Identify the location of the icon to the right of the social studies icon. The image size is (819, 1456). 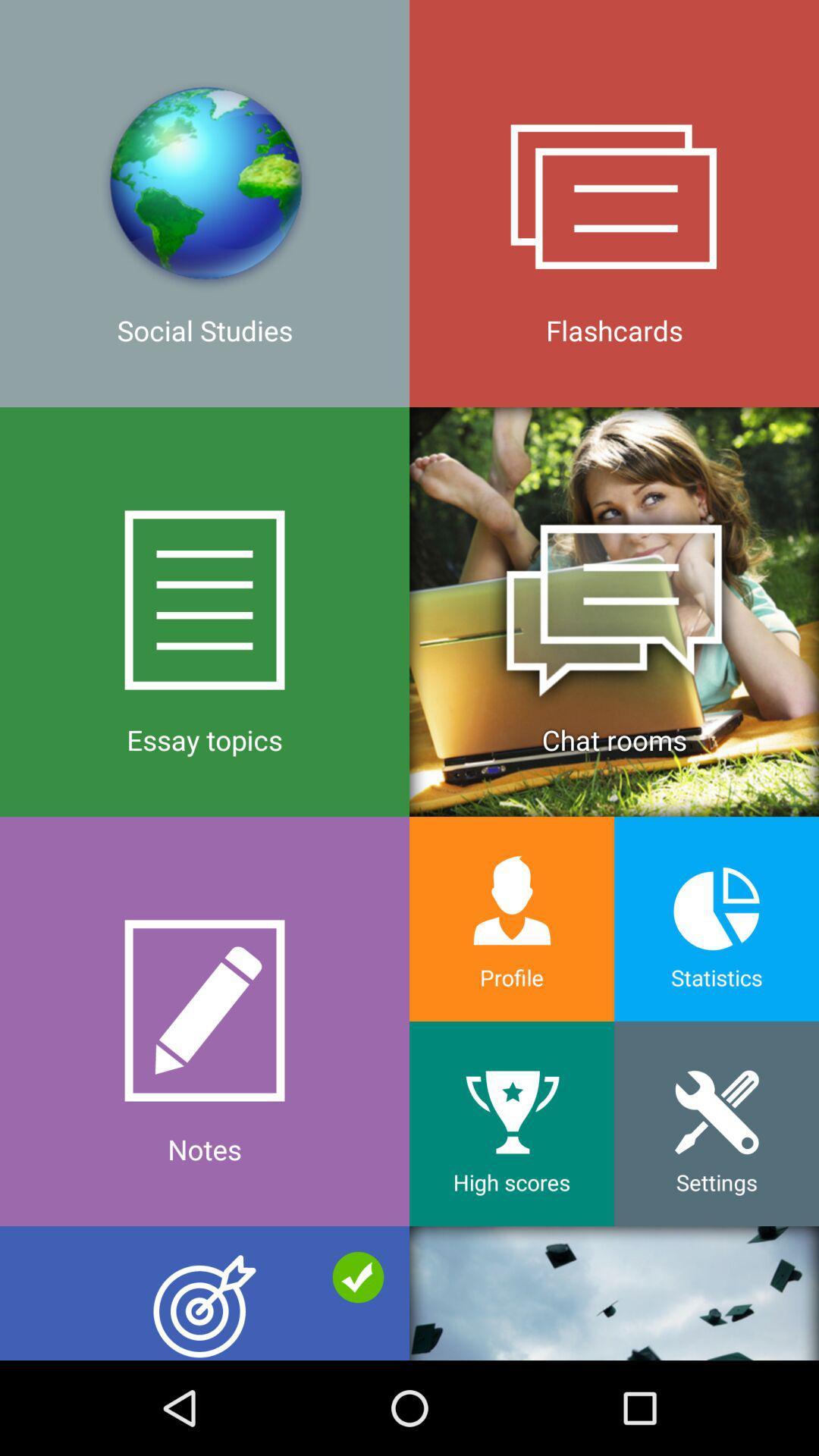
(614, 611).